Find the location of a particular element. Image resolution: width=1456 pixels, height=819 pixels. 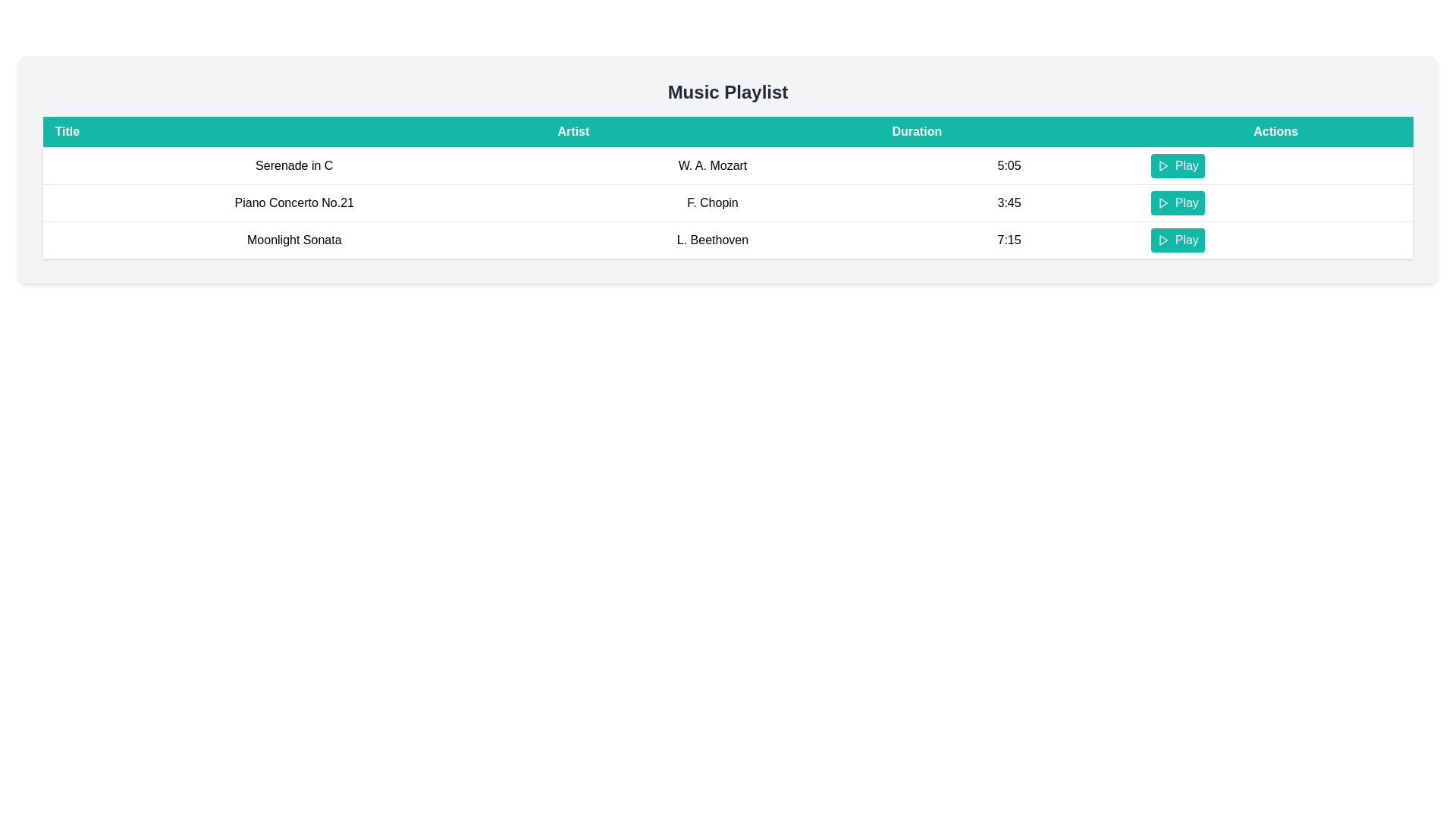

the triangular play icon located in the 'Actions' column for the 'Moonlight Sonata' track to initiate playback is located at coordinates (1163, 239).